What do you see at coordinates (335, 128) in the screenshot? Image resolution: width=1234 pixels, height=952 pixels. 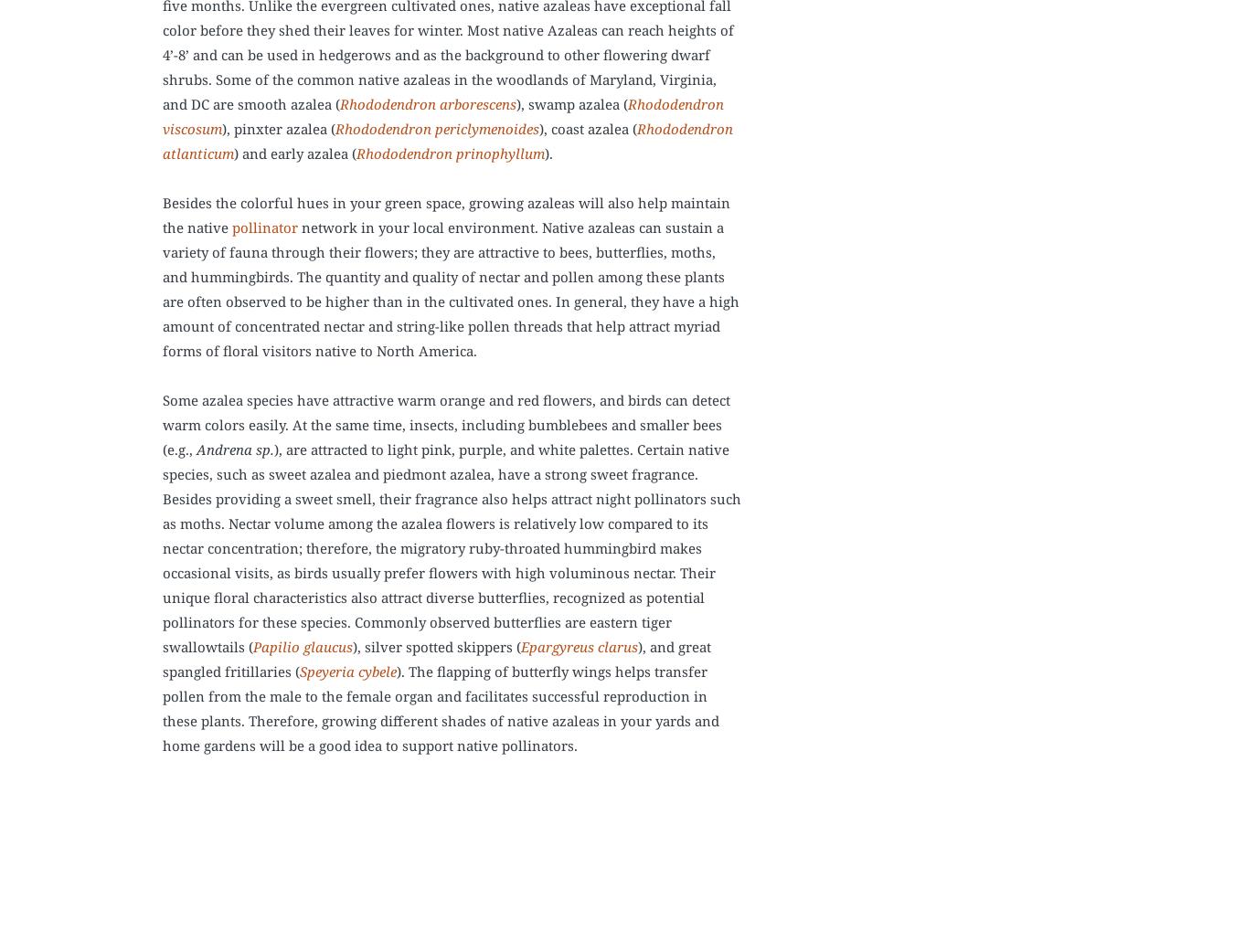 I see `'Rhododendron periclymenoides'` at bounding box center [335, 128].